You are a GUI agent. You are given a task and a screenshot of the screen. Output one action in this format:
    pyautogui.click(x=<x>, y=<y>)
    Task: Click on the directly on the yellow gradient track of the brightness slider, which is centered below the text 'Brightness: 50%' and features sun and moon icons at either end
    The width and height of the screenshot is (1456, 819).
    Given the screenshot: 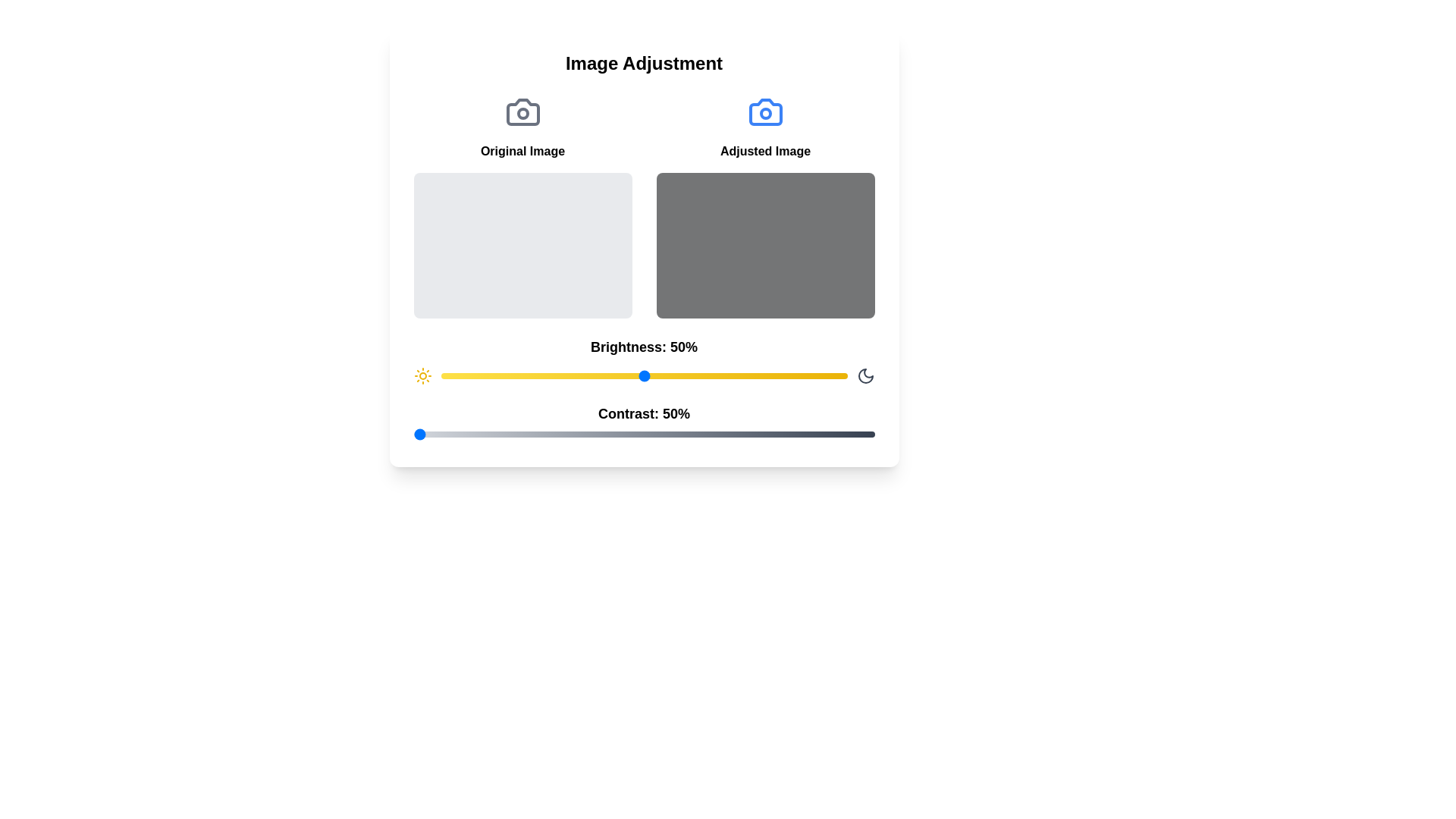 What is the action you would take?
    pyautogui.click(x=644, y=375)
    